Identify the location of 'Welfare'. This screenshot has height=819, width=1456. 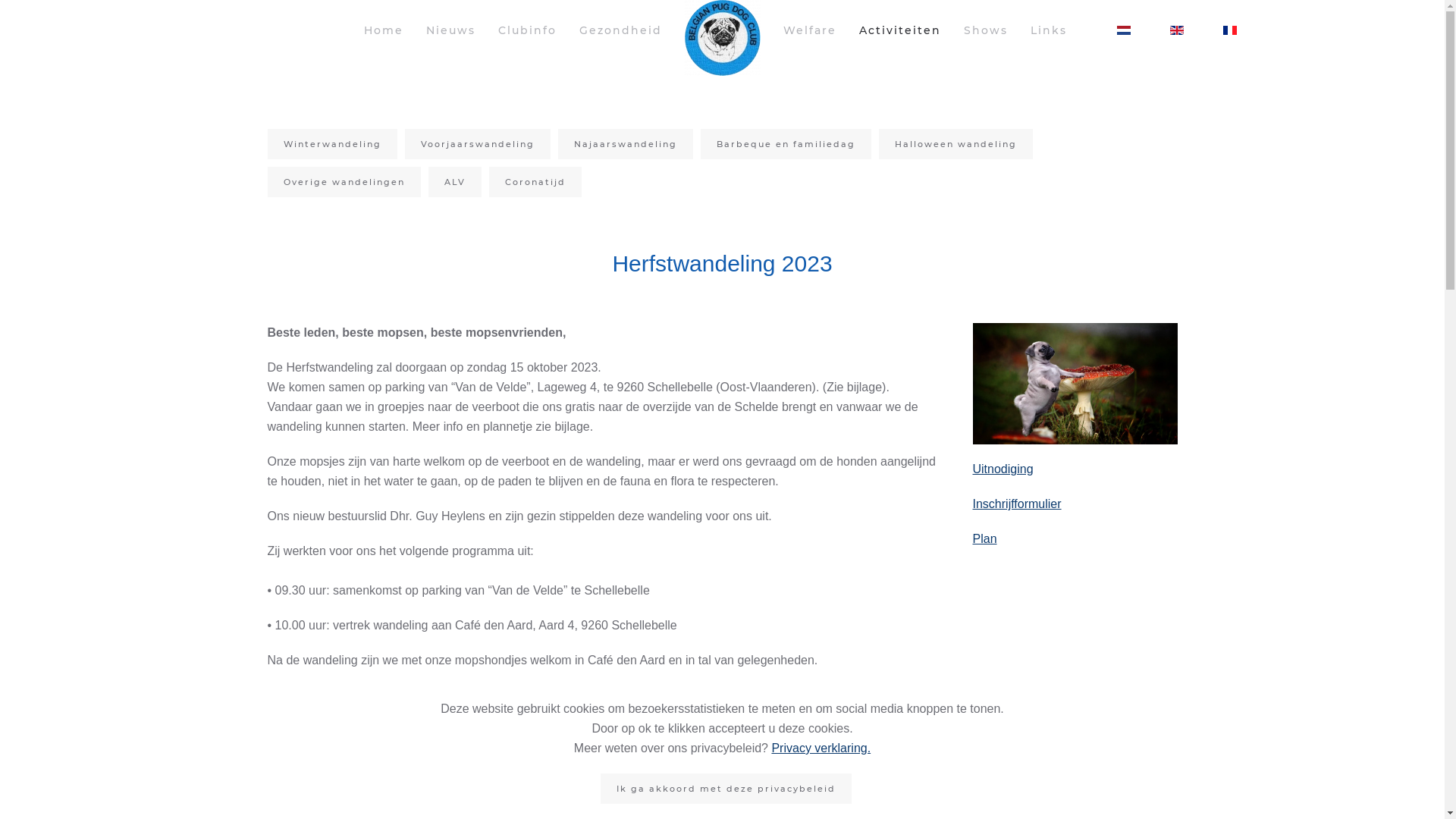
(808, 30).